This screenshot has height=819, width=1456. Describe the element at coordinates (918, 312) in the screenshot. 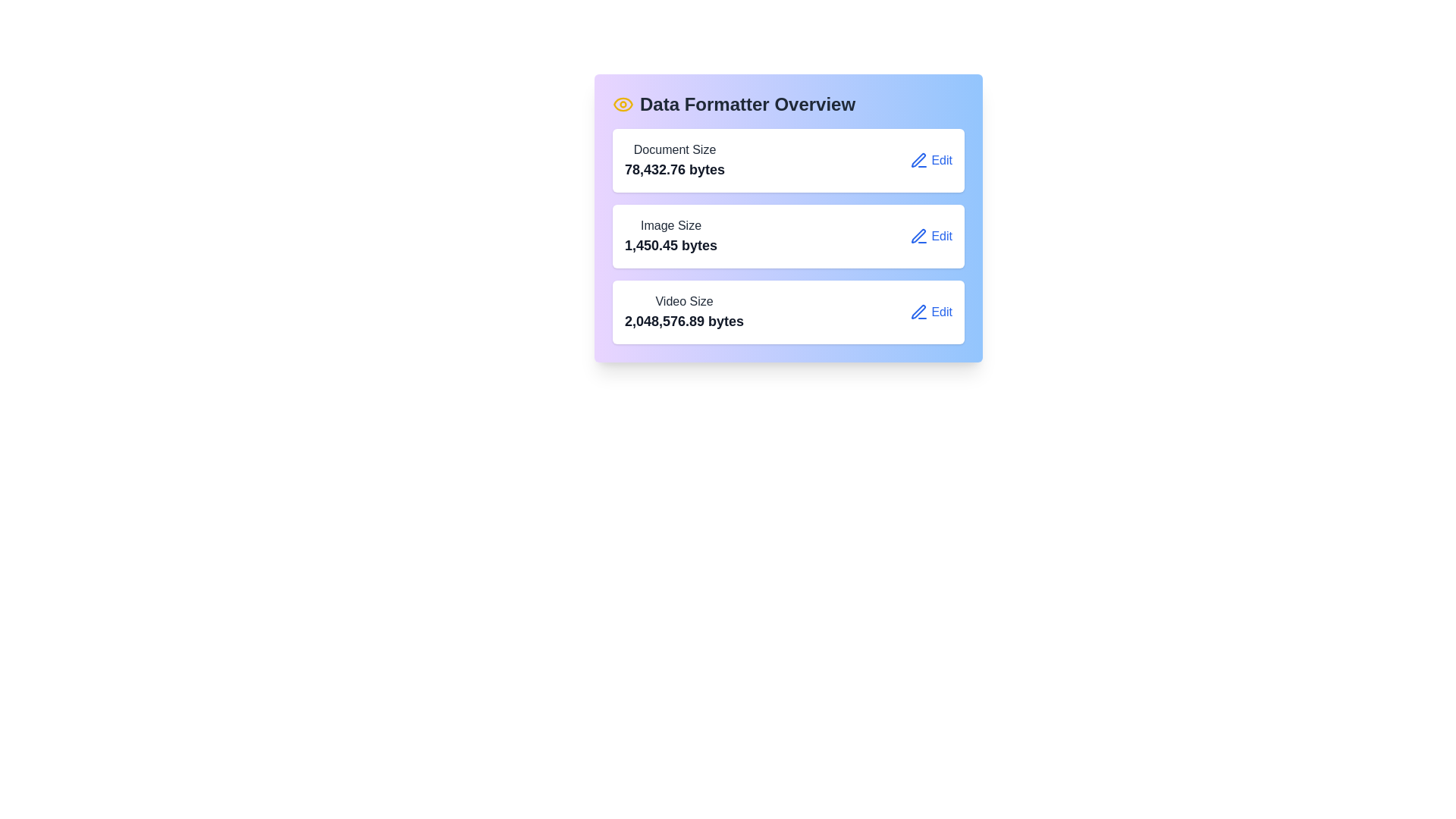

I see `the small blue pen-like icon located before the 'Edit' text within the blue-highlighted 'Edit' option` at that location.